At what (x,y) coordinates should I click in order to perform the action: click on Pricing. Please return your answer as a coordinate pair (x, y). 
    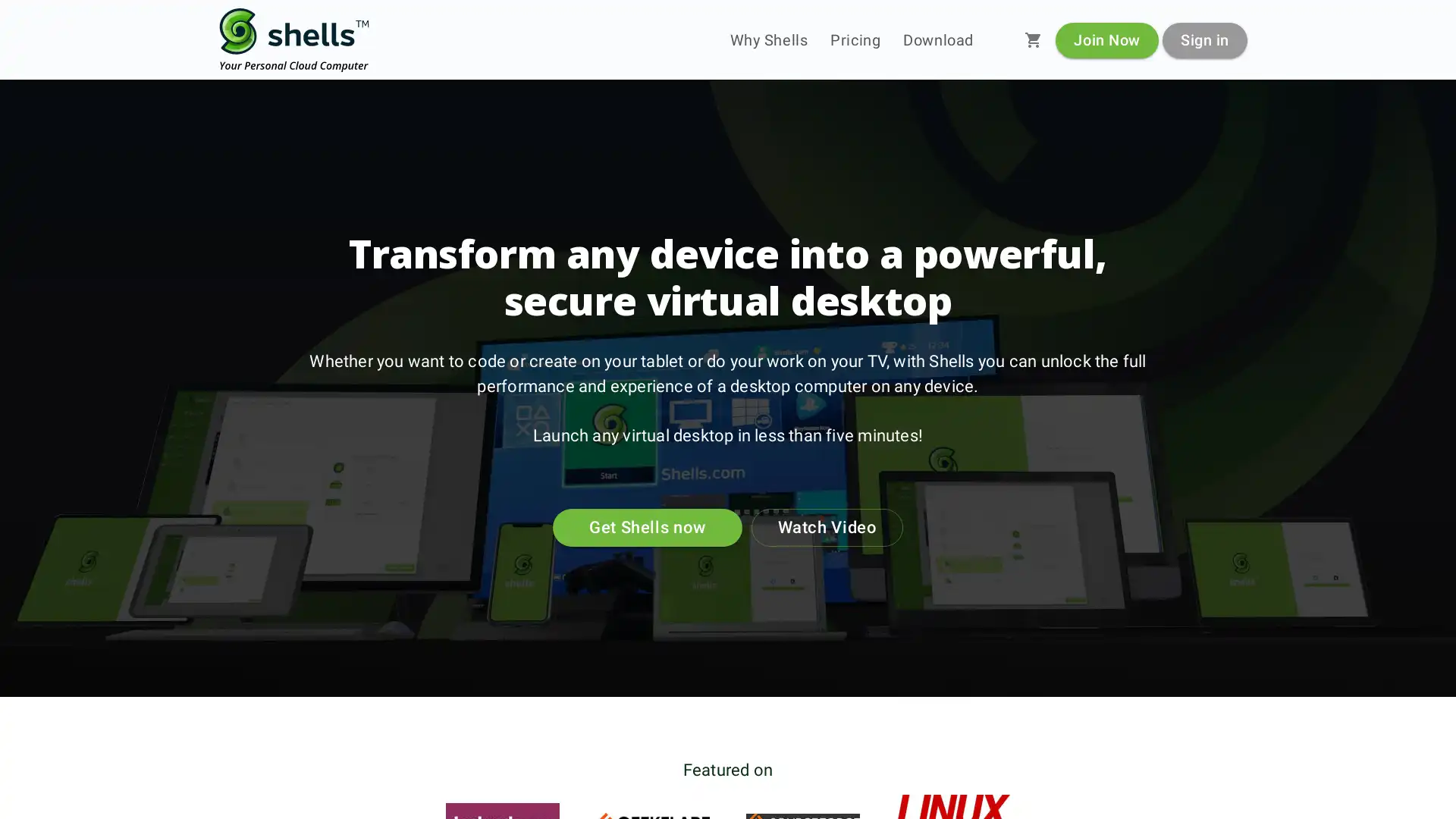
    Looking at the image, I should click on (855, 39).